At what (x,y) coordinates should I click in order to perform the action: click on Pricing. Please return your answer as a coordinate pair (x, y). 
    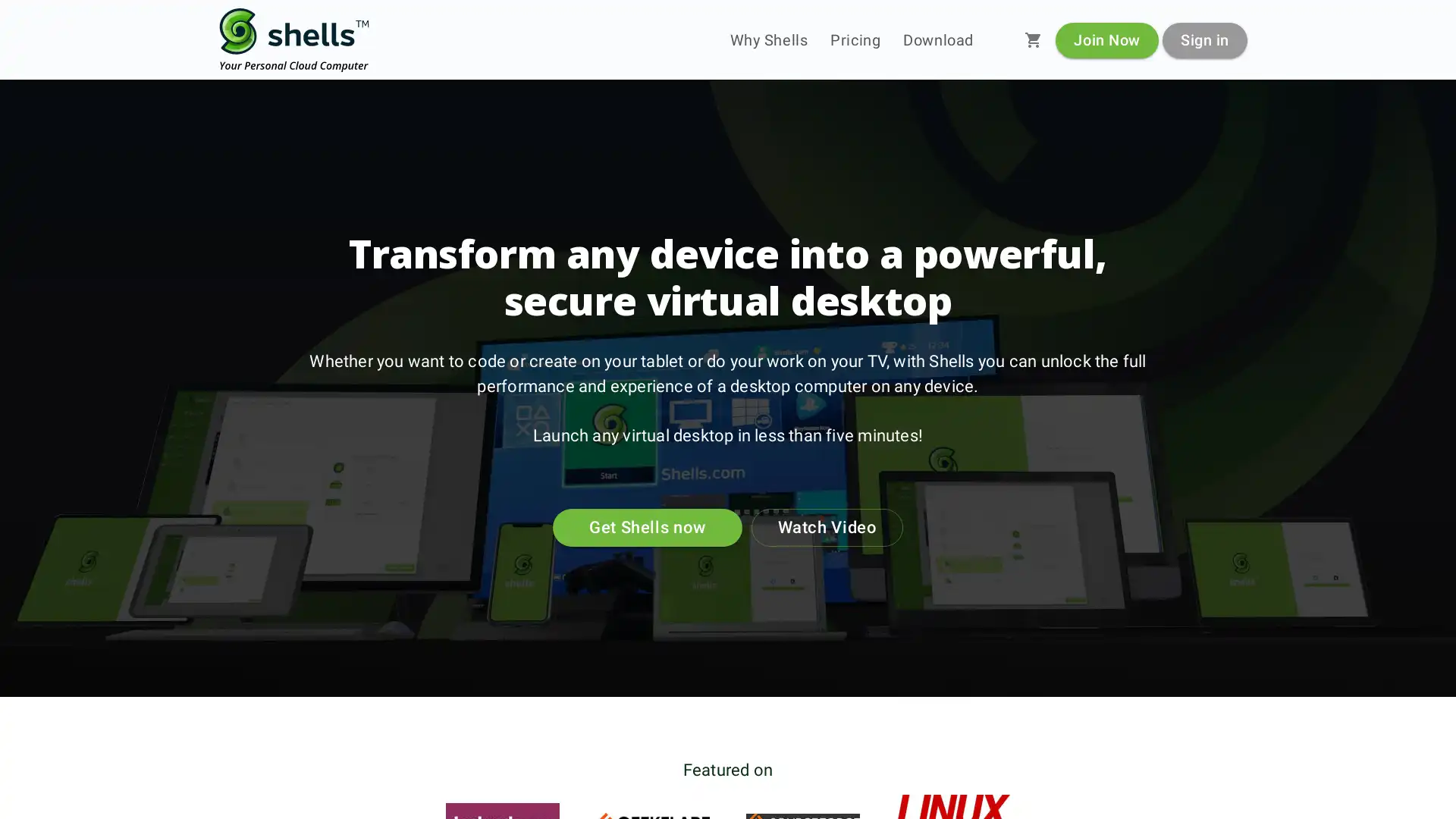
    Looking at the image, I should click on (855, 39).